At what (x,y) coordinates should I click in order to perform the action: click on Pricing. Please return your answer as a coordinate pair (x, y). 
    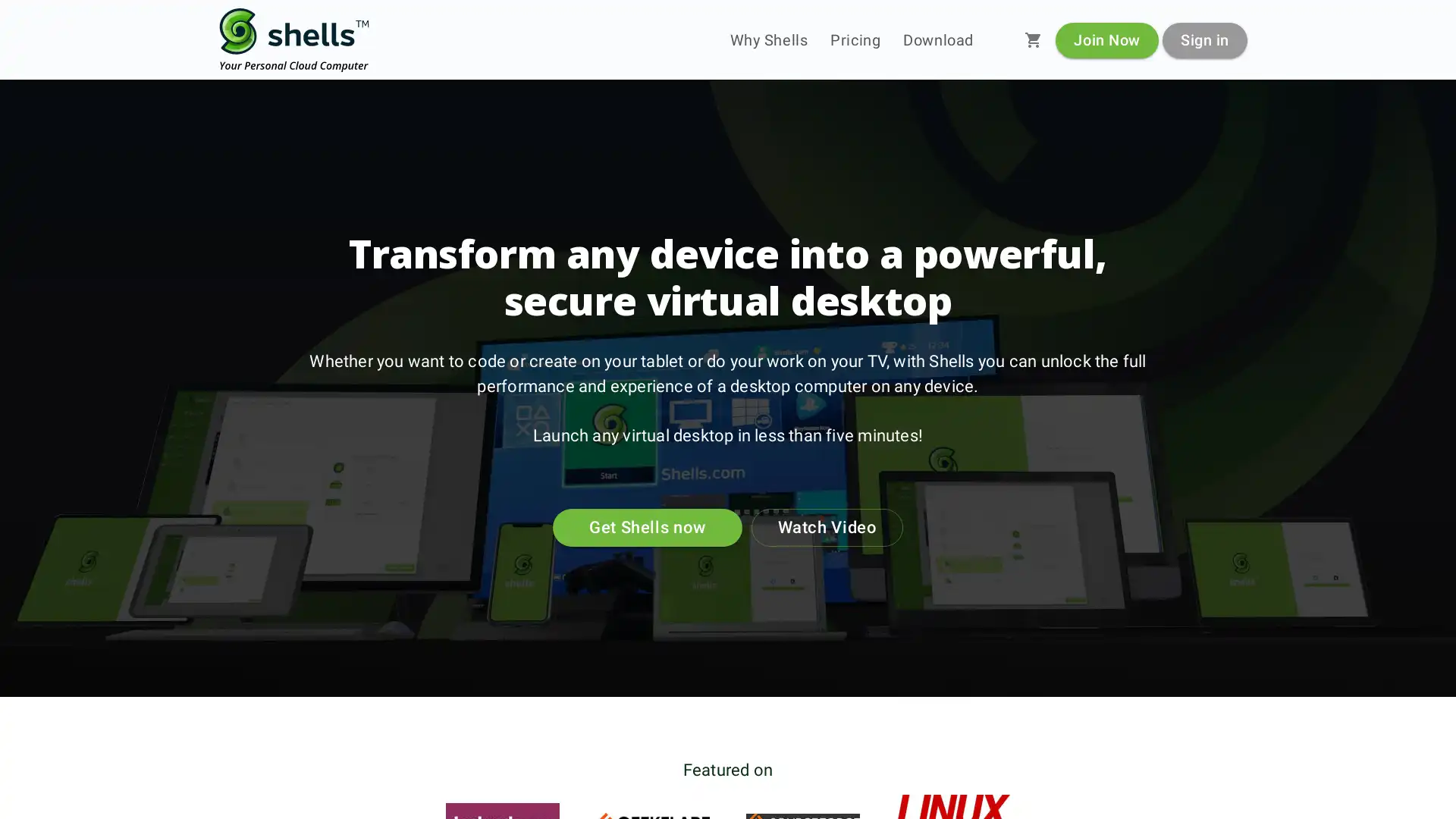
    Looking at the image, I should click on (855, 39).